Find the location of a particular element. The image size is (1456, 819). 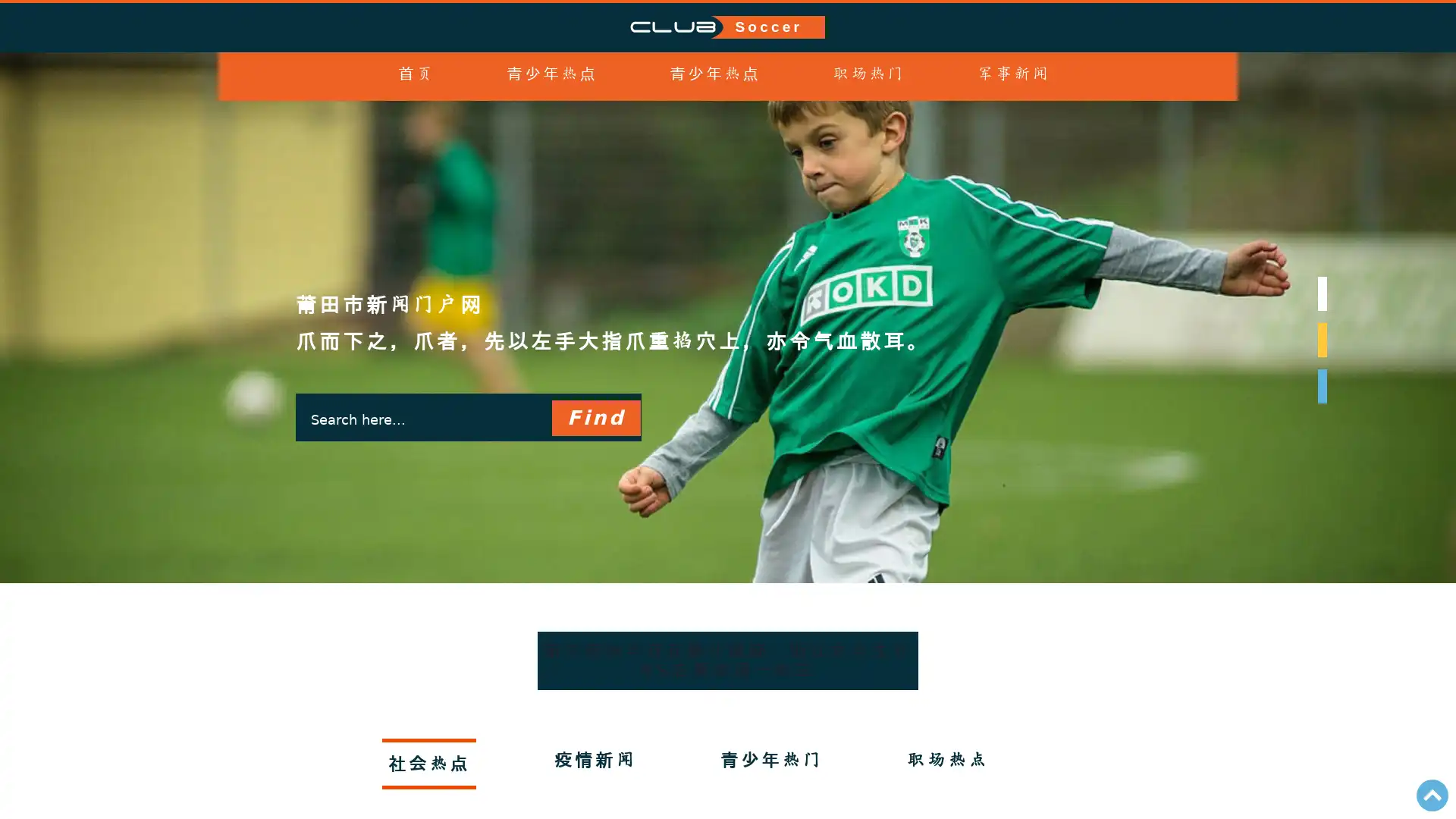

Find is located at coordinates (595, 418).